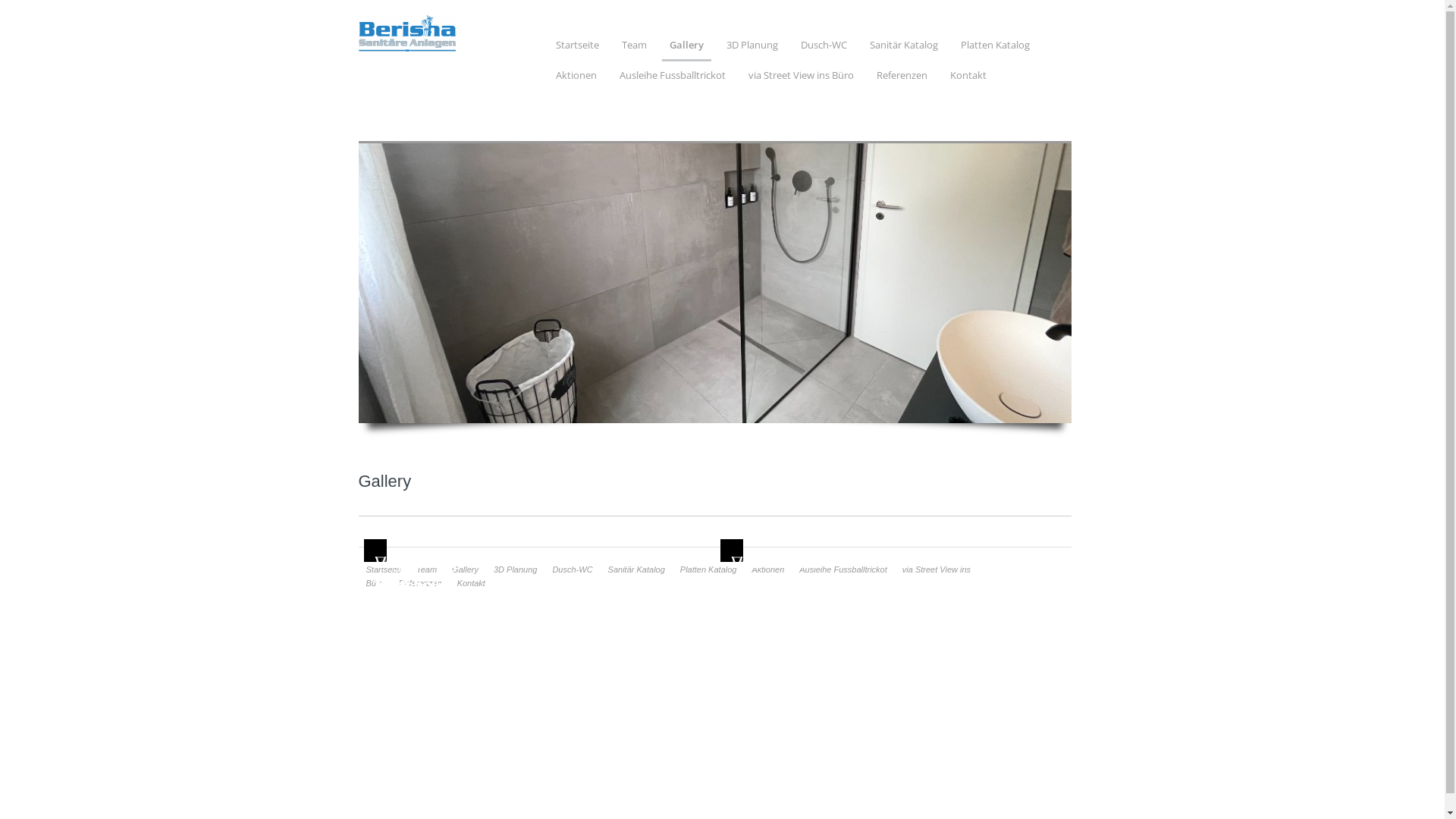 The width and height of the screenshot is (1456, 819). Describe the element at coordinates (708, 570) in the screenshot. I see `'Platten Katalog'` at that location.